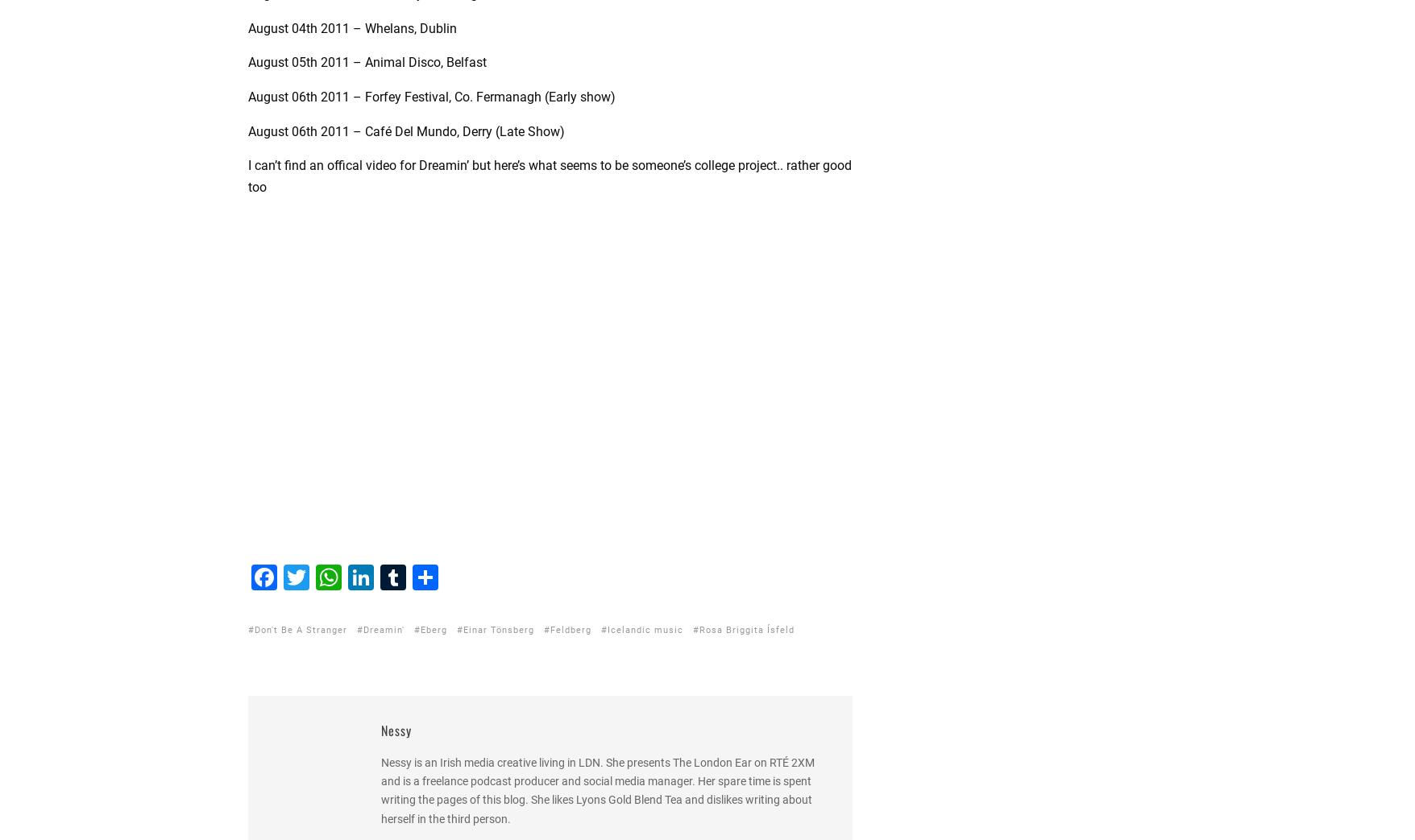 The image size is (1415, 840). What do you see at coordinates (421, 628) in the screenshot?
I see `'Eberg'` at bounding box center [421, 628].